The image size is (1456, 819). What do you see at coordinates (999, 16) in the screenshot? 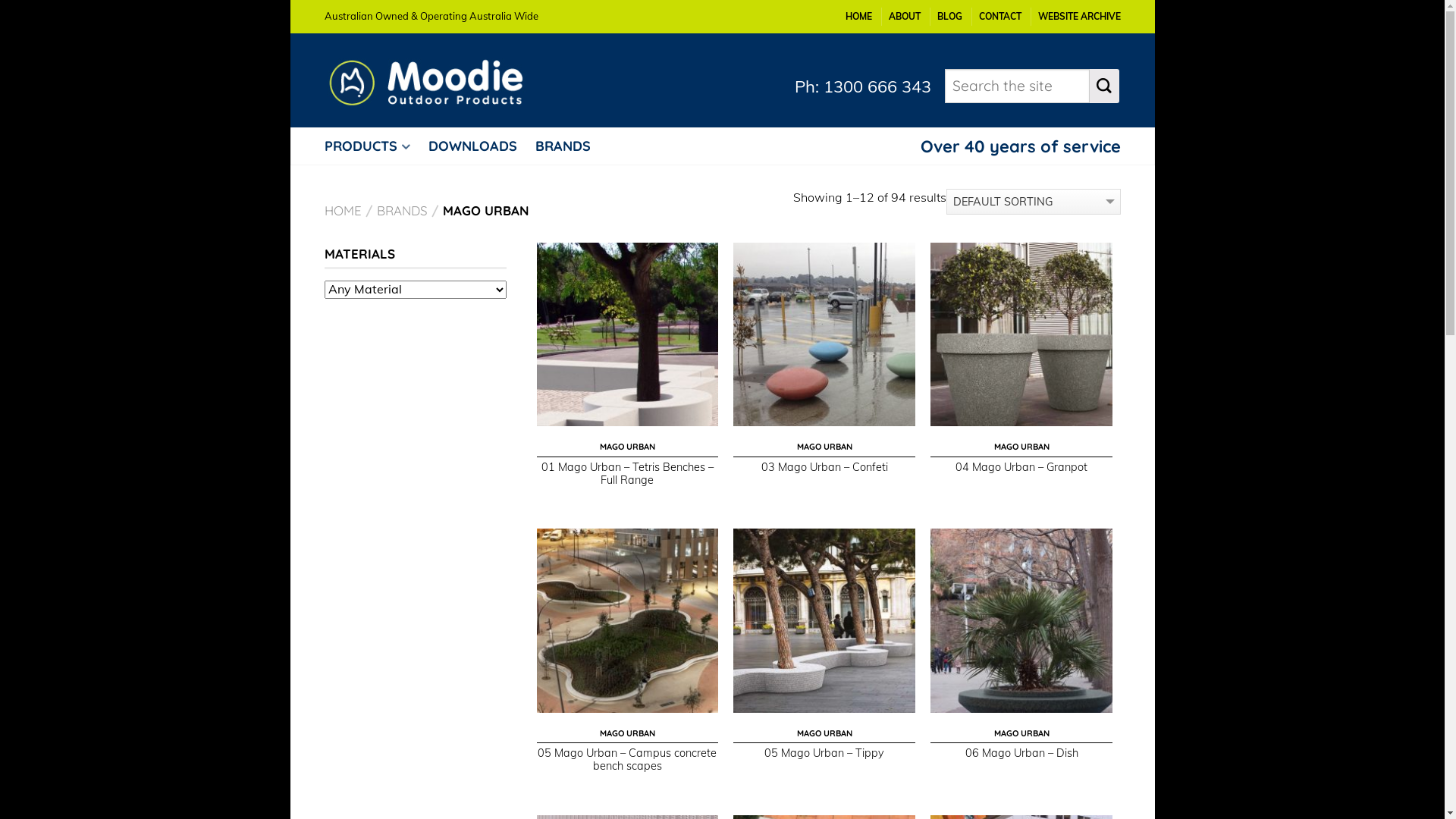
I see `'CONTACT'` at bounding box center [999, 16].